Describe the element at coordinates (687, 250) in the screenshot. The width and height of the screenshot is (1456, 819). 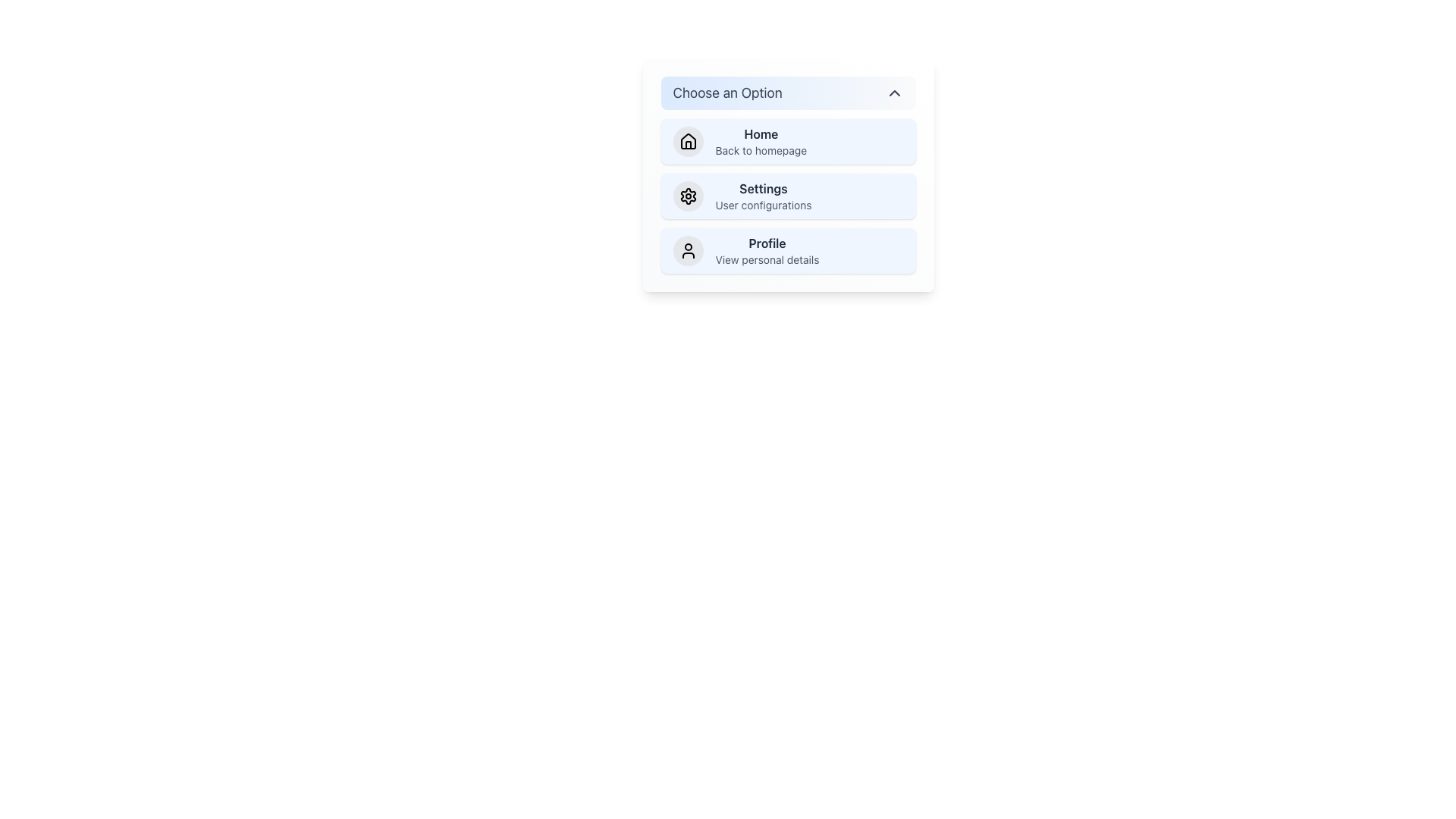
I see `the profile icon with a circular gray background located in the 'Profile' section, positioned next to the text labels 'Profile' and 'View personal details'` at that location.